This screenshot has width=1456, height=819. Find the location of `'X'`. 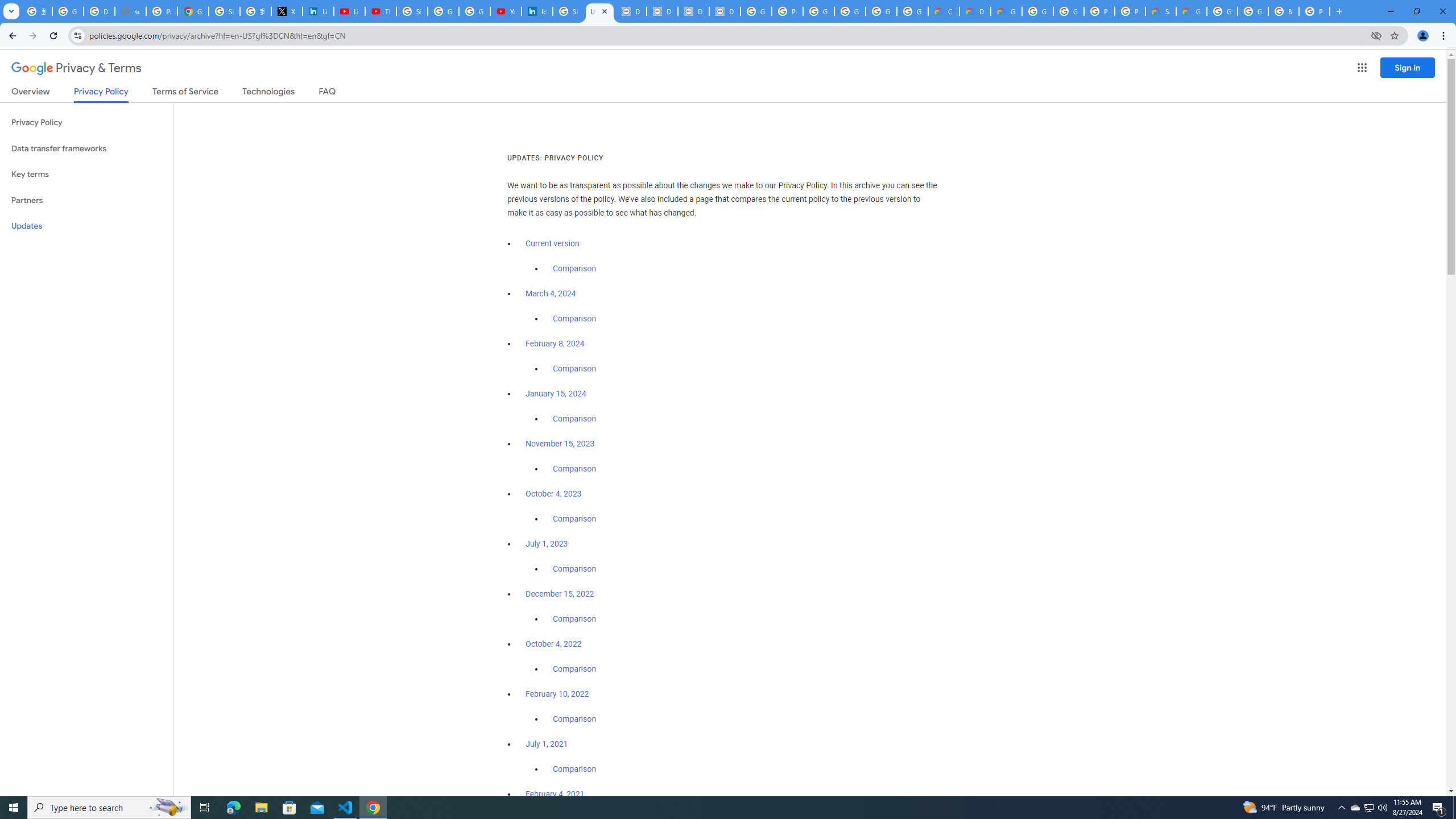

'X' is located at coordinates (287, 11).